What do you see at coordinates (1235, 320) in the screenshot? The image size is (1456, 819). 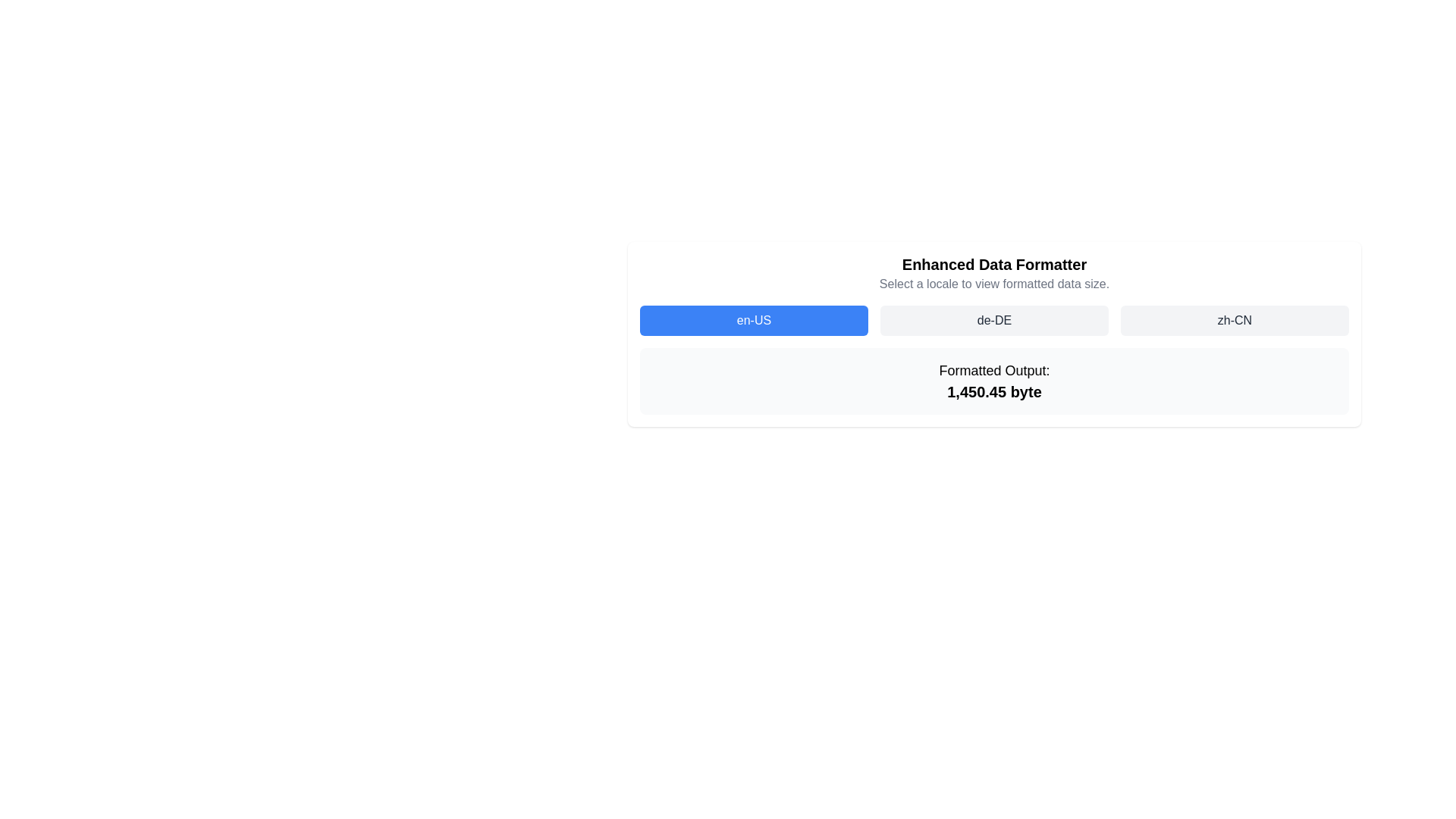 I see `the locale selection button for 'zh-CN', which is the rightmost button in a row of three buttons` at bounding box center [1235, 320].